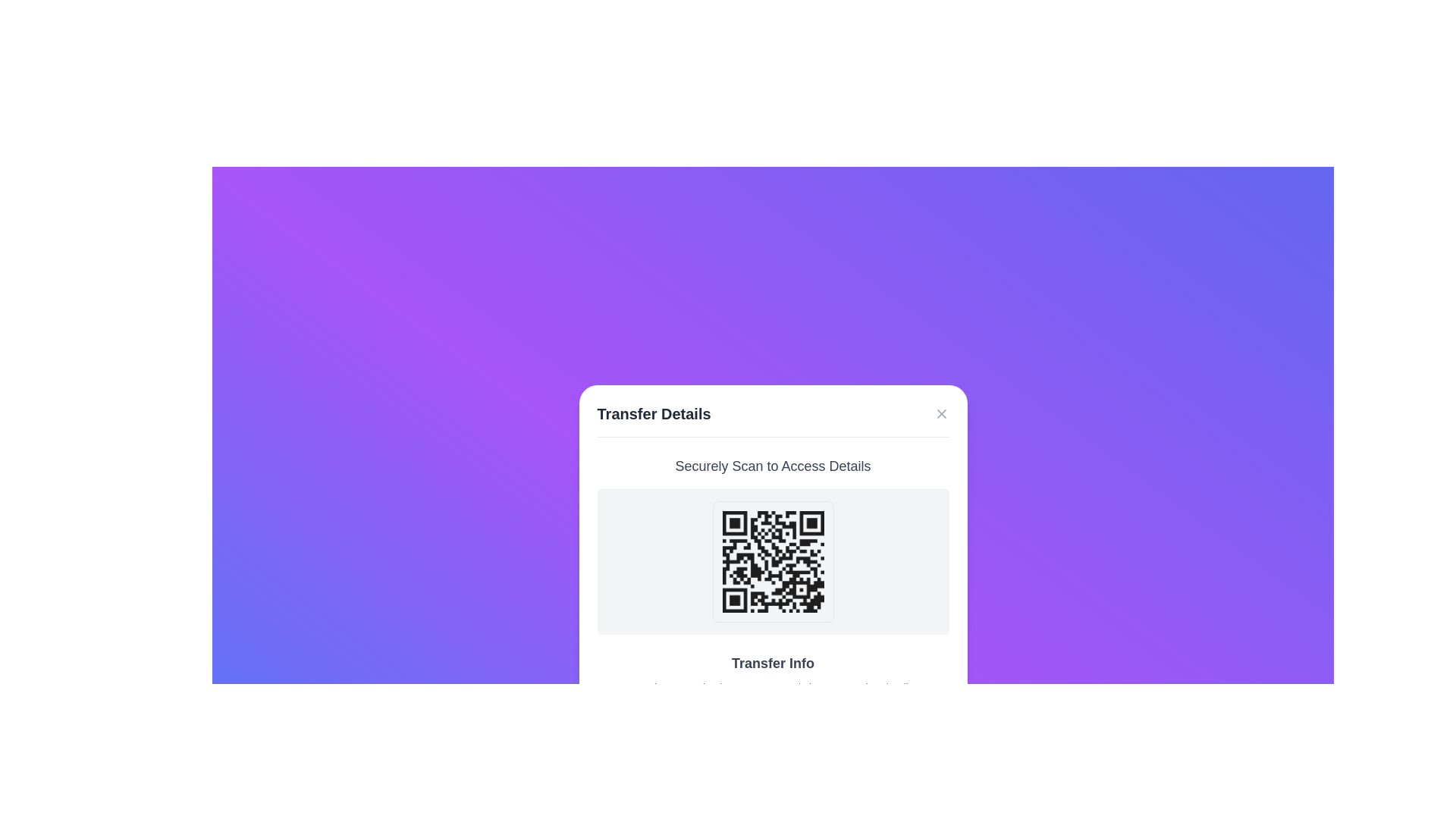 The image size is (1456, 819). I want to click on the close button in the top-right corner of the 'Transfer Details' card, so click(940, 413).